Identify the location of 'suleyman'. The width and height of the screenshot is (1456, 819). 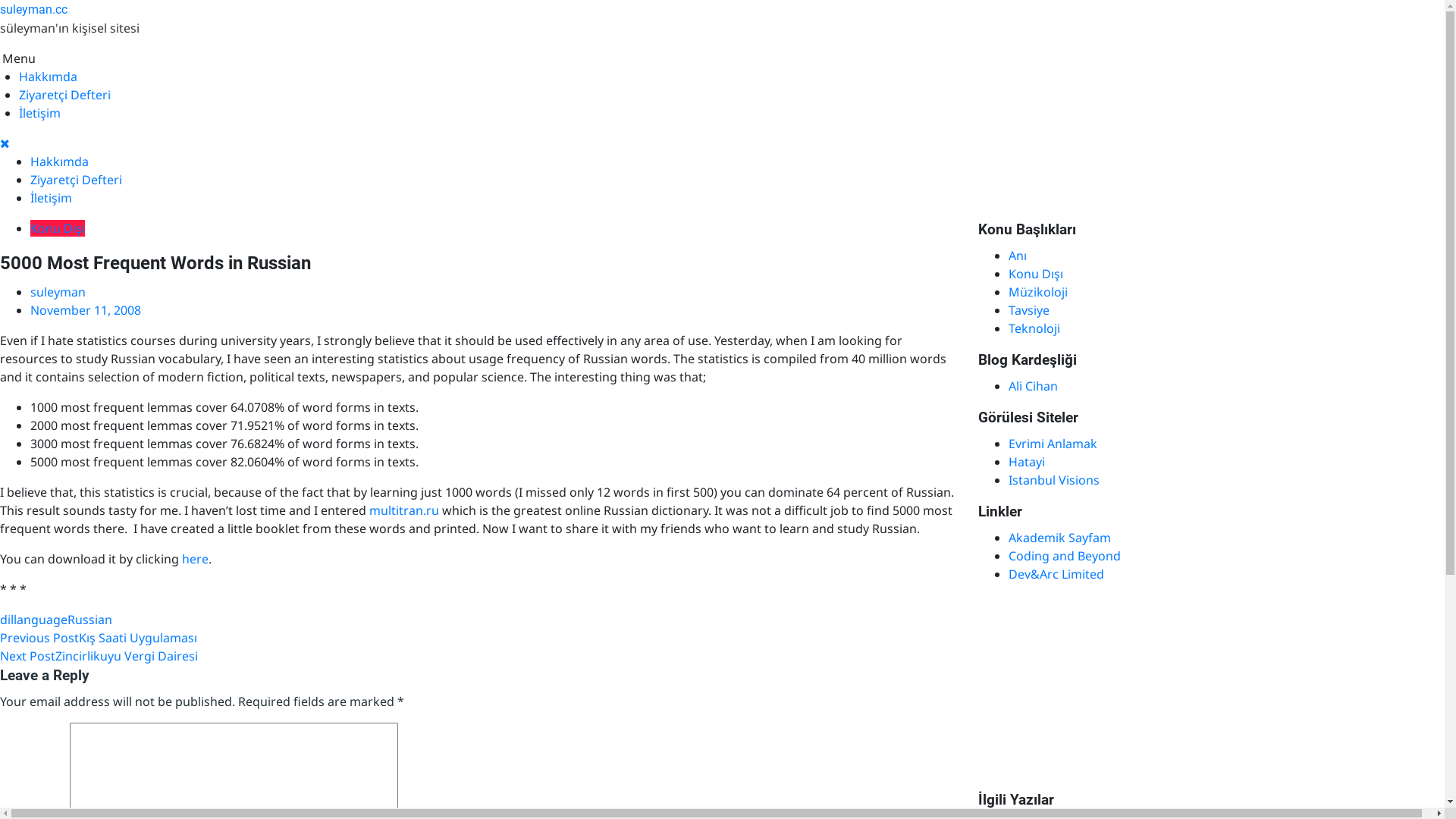
(30, 292).